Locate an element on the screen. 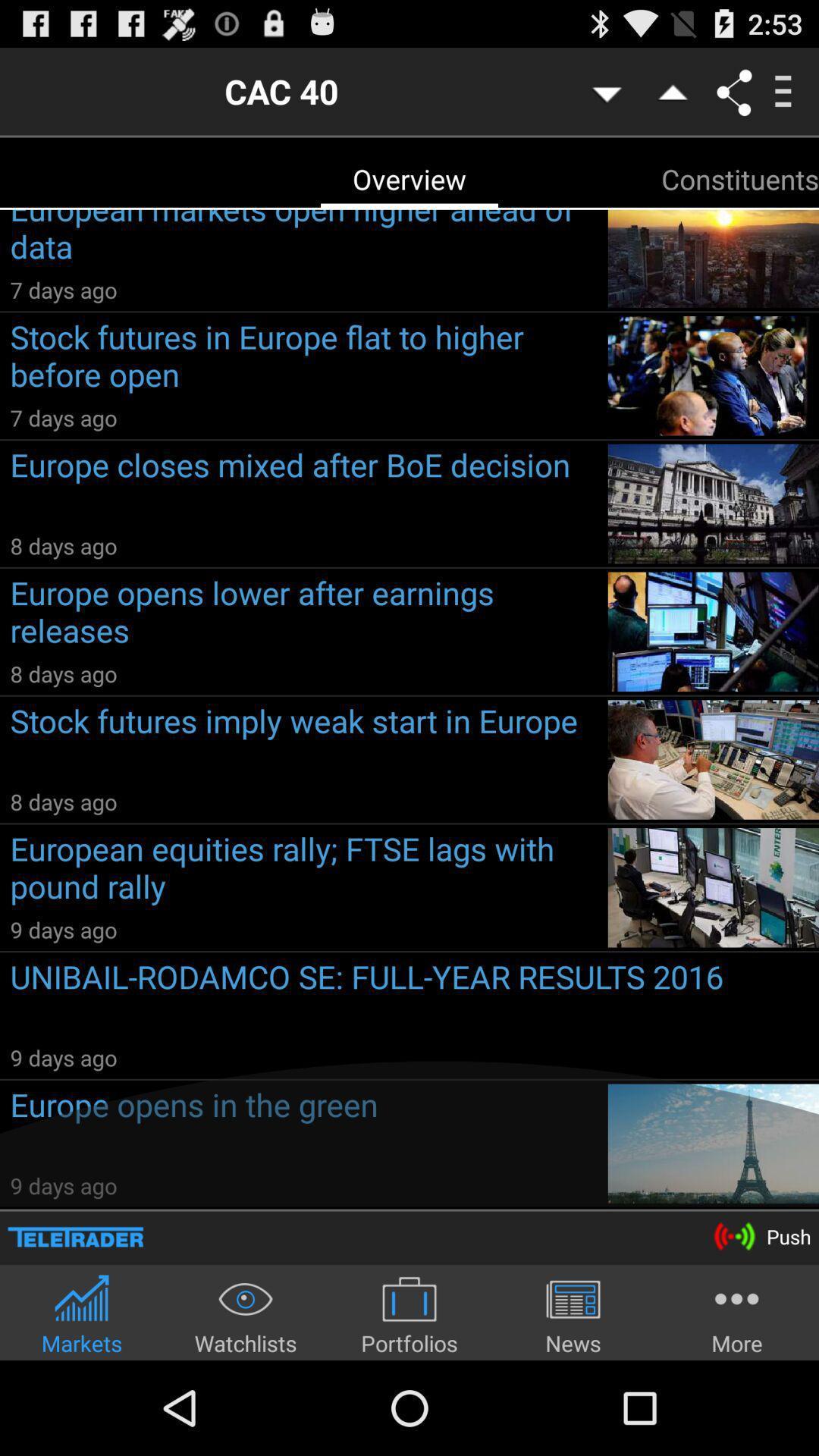 The width and height of the screenshot is (819, 1456). the european markets open icon is located at coordinates (303, 241).